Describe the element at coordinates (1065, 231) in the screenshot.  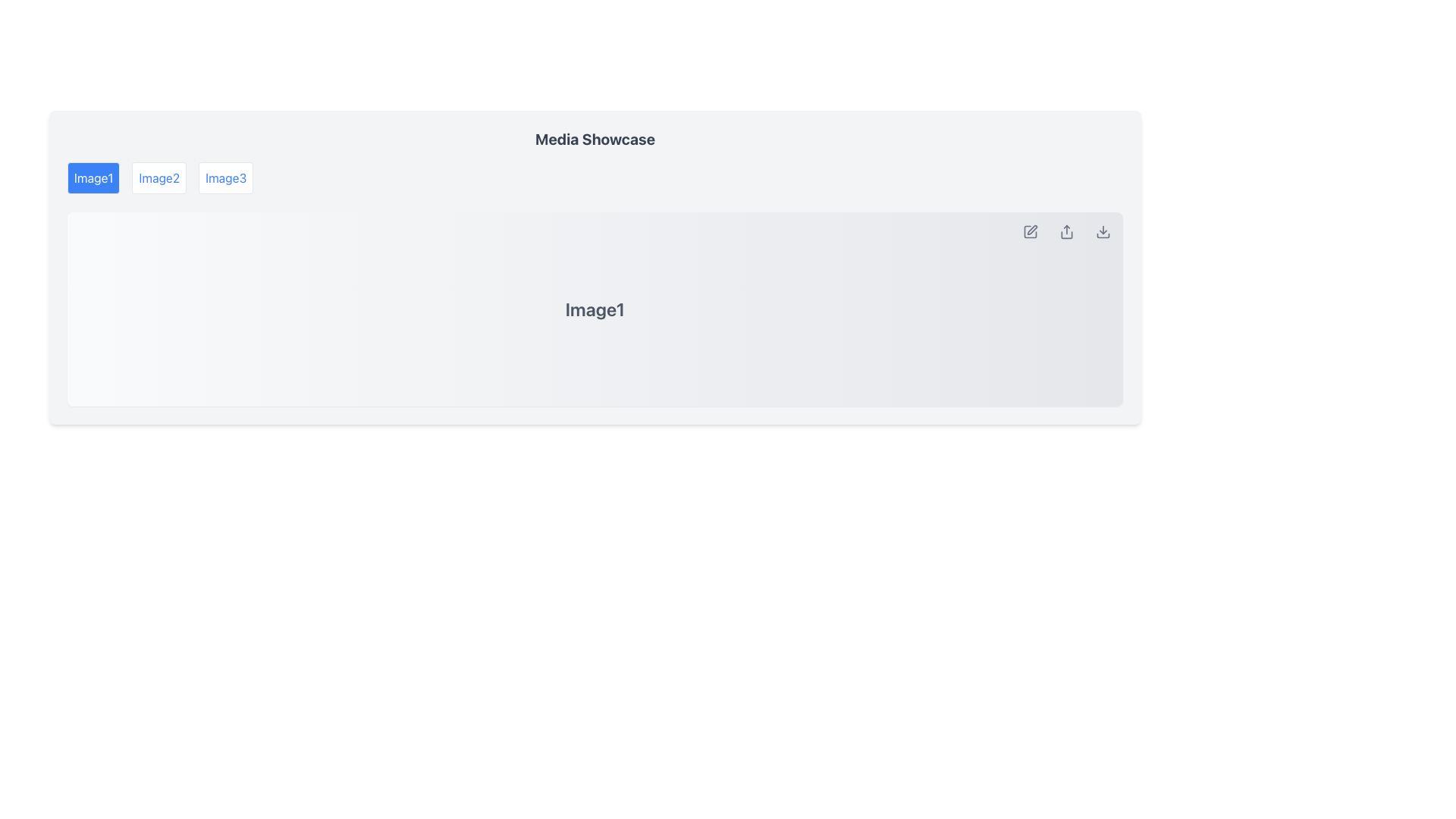
I see `the share button located in the top right corner of the content area, which is the second icon from the right in a row of icons, to share the content` at that location.